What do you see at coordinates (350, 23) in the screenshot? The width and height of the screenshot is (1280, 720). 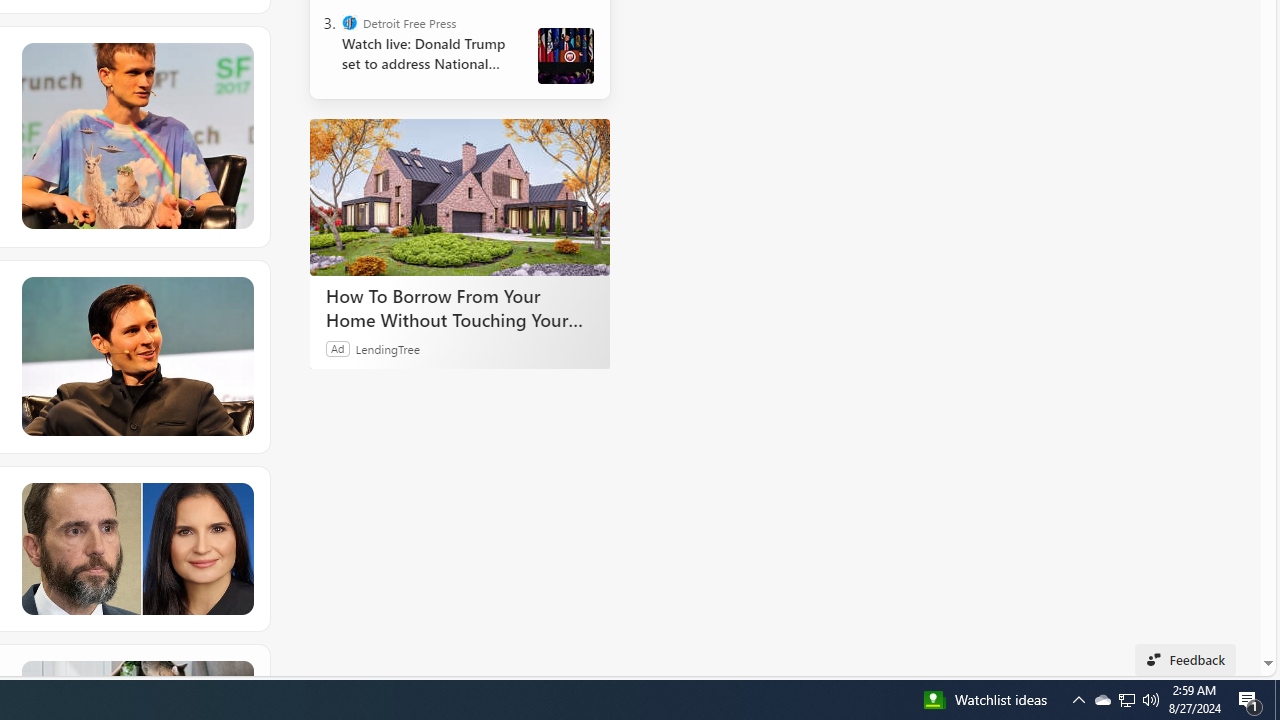 I see `'Detroit Free Press'` at bounding box center [350, 23].